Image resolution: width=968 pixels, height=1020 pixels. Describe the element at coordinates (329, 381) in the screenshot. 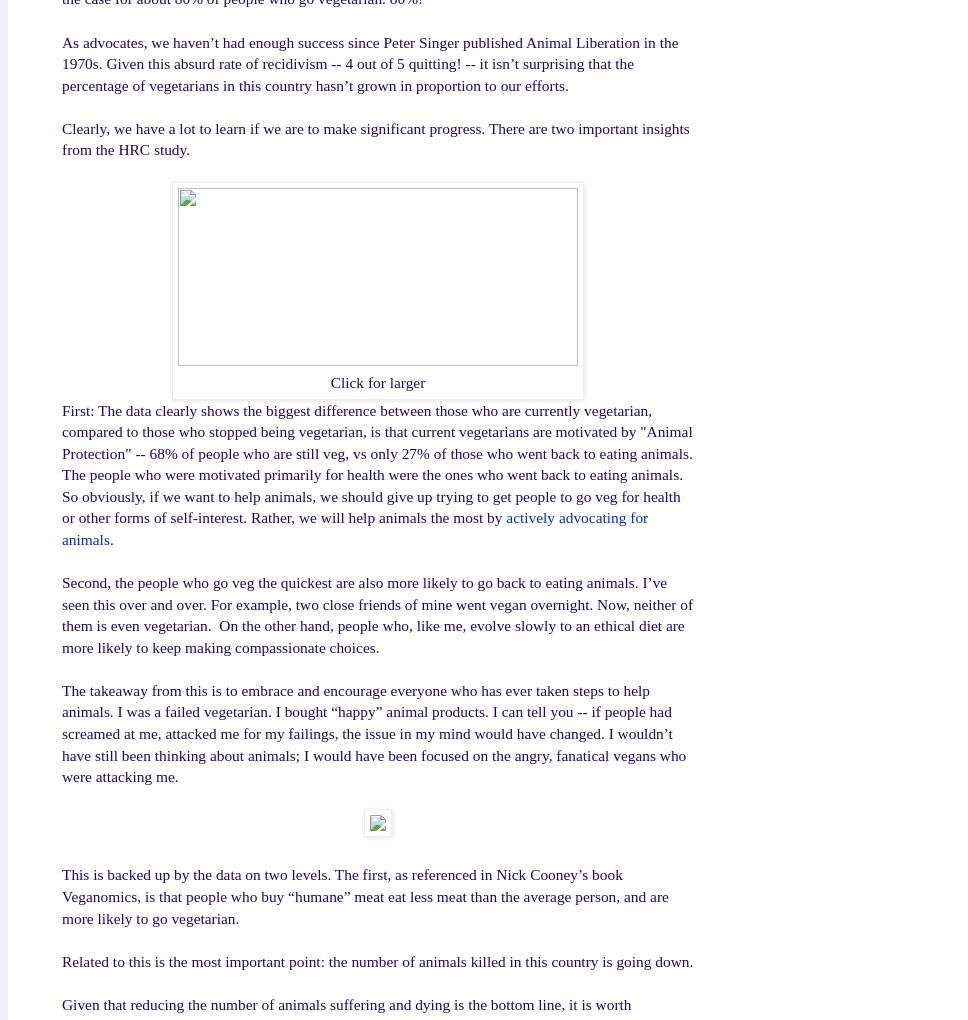

I see `'Click for larger'` at that location.